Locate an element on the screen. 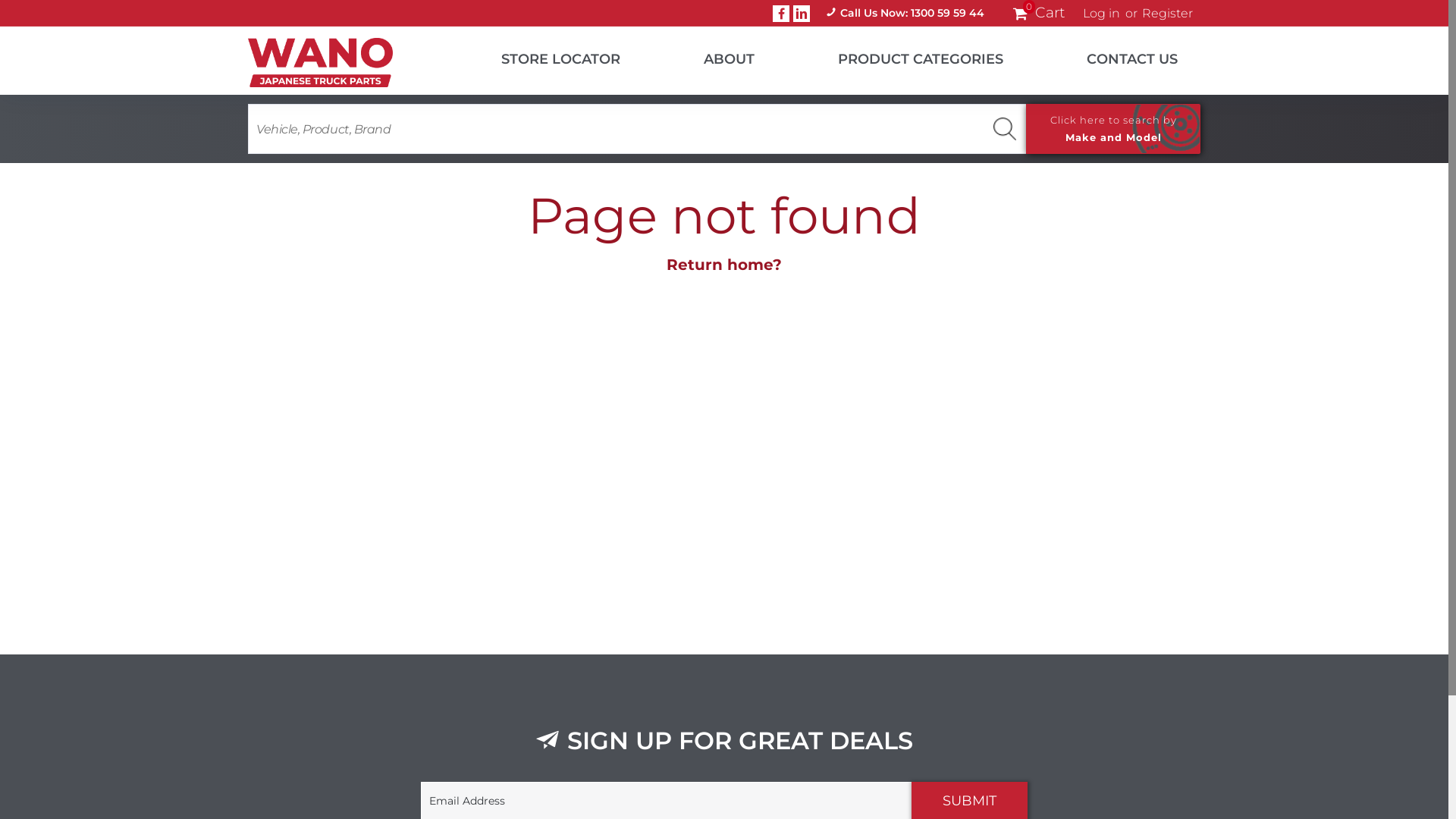  'Register' is located at coordinates (1166, 14).